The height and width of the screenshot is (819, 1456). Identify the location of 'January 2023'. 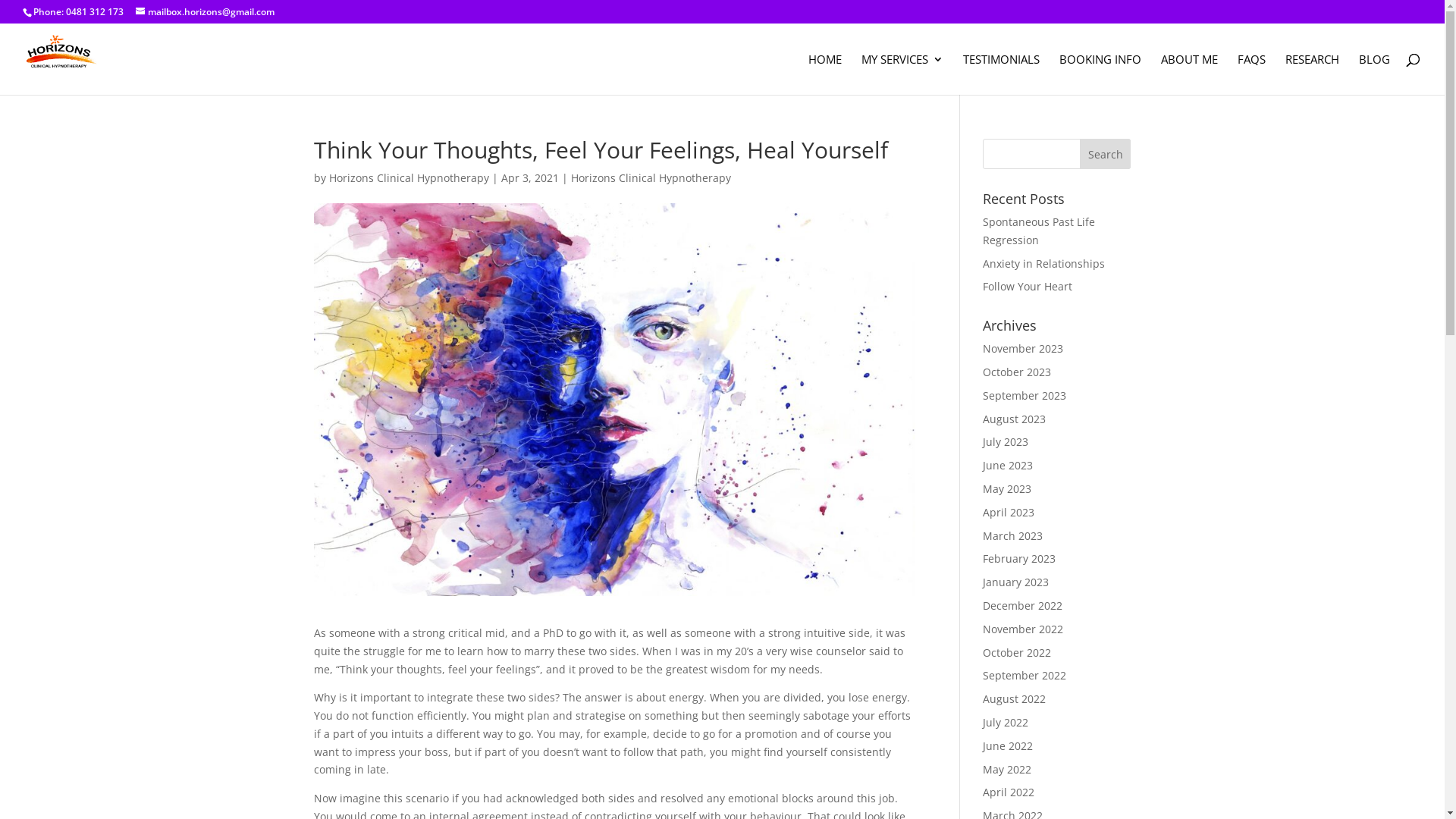
(1015, 581).